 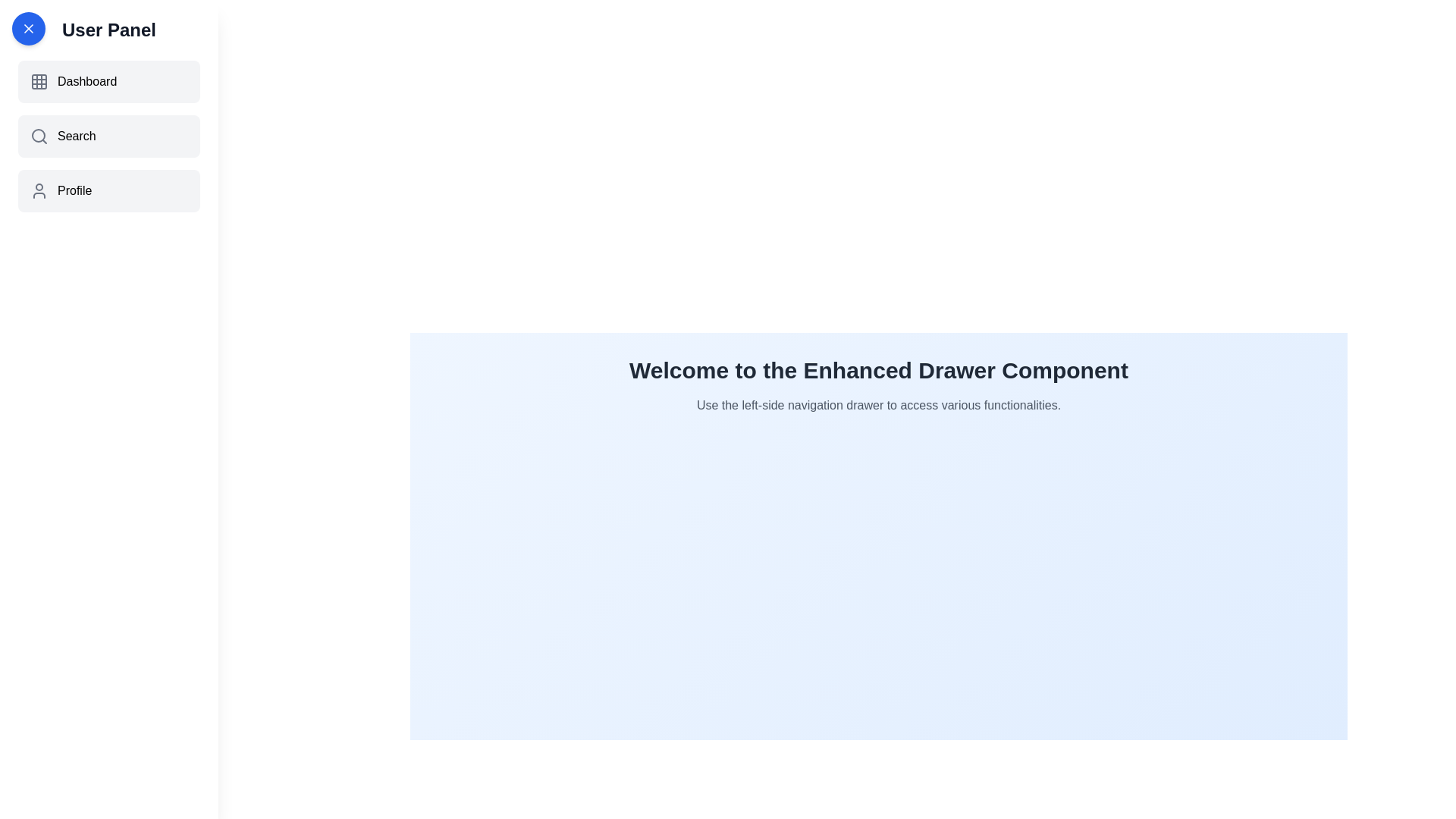 What do you see at coordinates (108, 136) in the screenshot?
I see `the second button in the vertical stack of the sidebar` at bounding box center [108, 136].